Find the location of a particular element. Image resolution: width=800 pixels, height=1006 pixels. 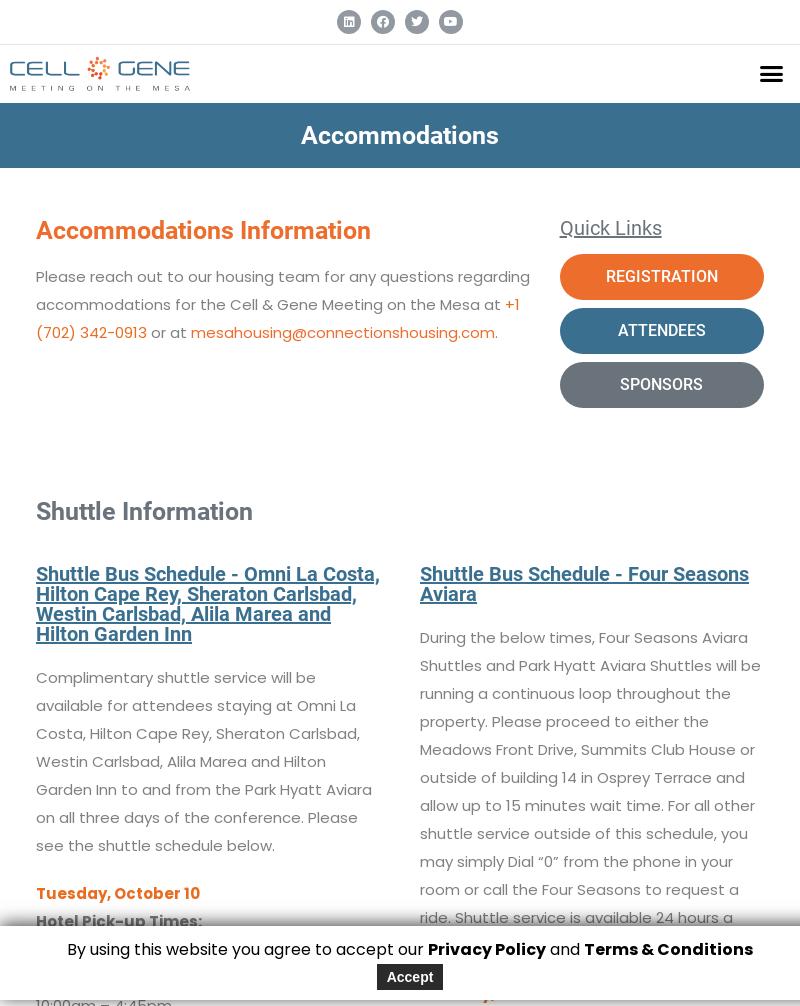

'mesahousing@connectionshousing.com' is located at coordinates (189, 330).